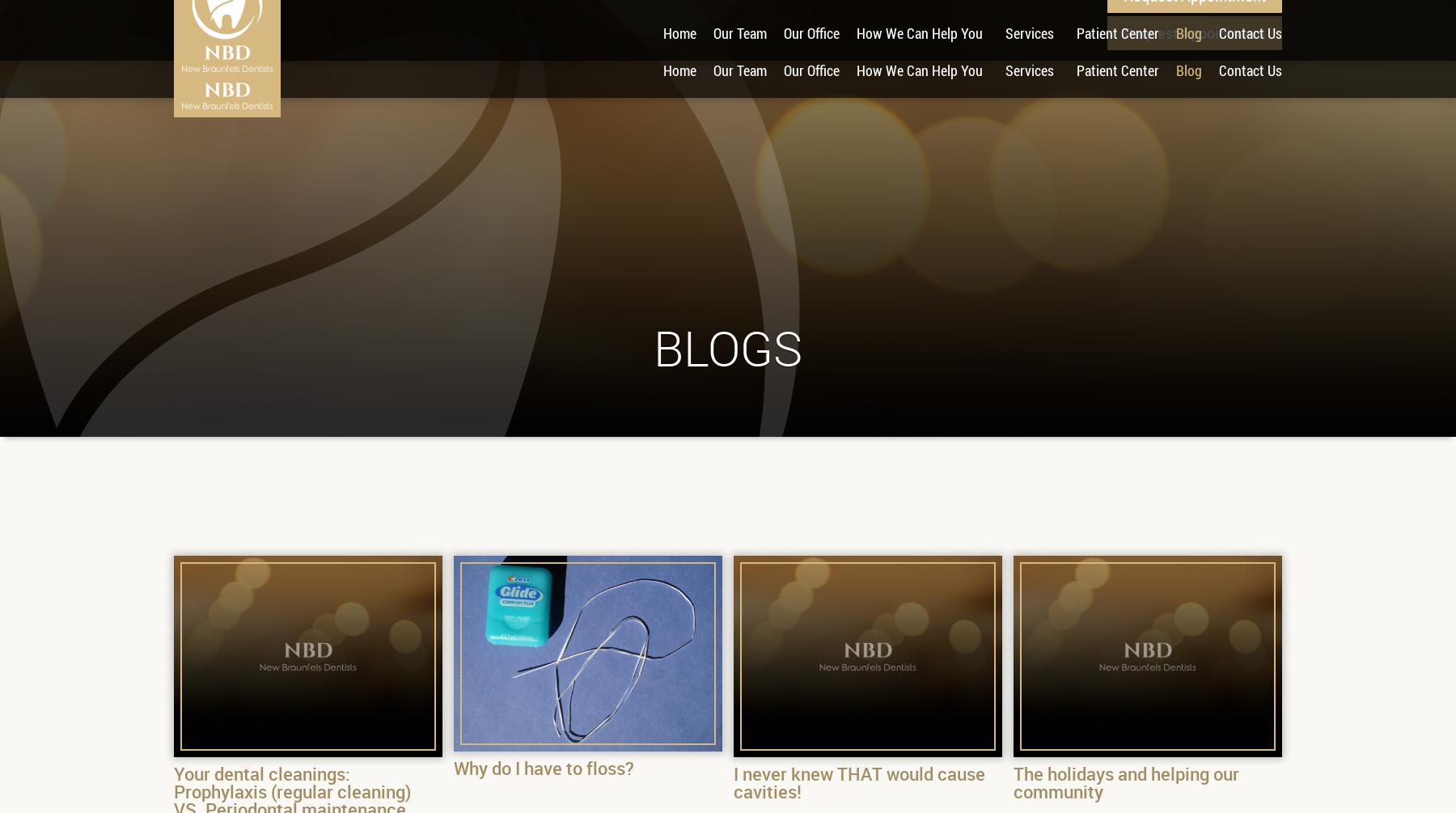 The image size is (1456, 813). I want to click on 'Contact Us', so click(1249, 70).